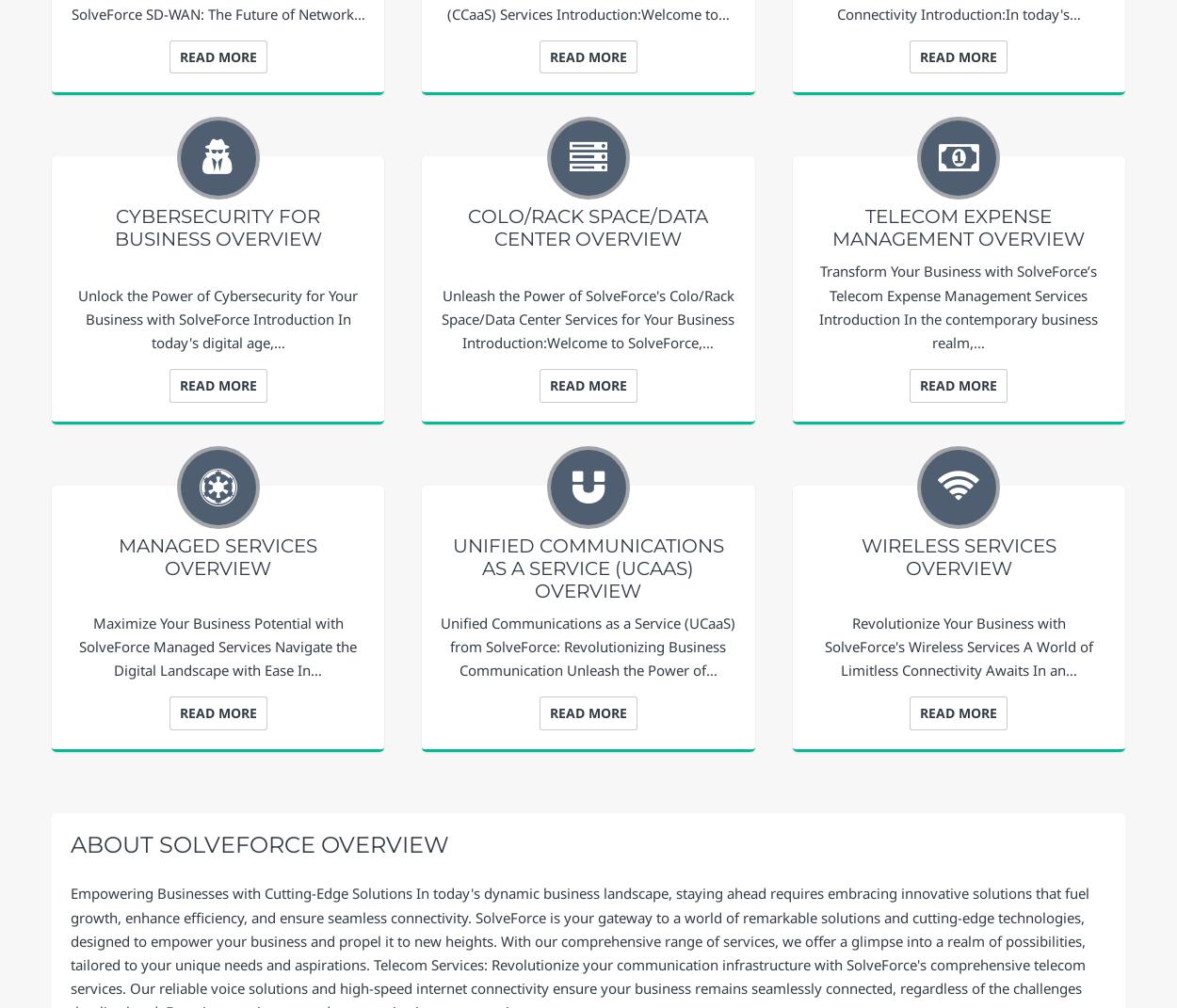  I want to click on 'Revolutionize Your Business with SolveForce's Wireless Services A World of Limitless Connectivity Awaits In an…', so click(958, 644).